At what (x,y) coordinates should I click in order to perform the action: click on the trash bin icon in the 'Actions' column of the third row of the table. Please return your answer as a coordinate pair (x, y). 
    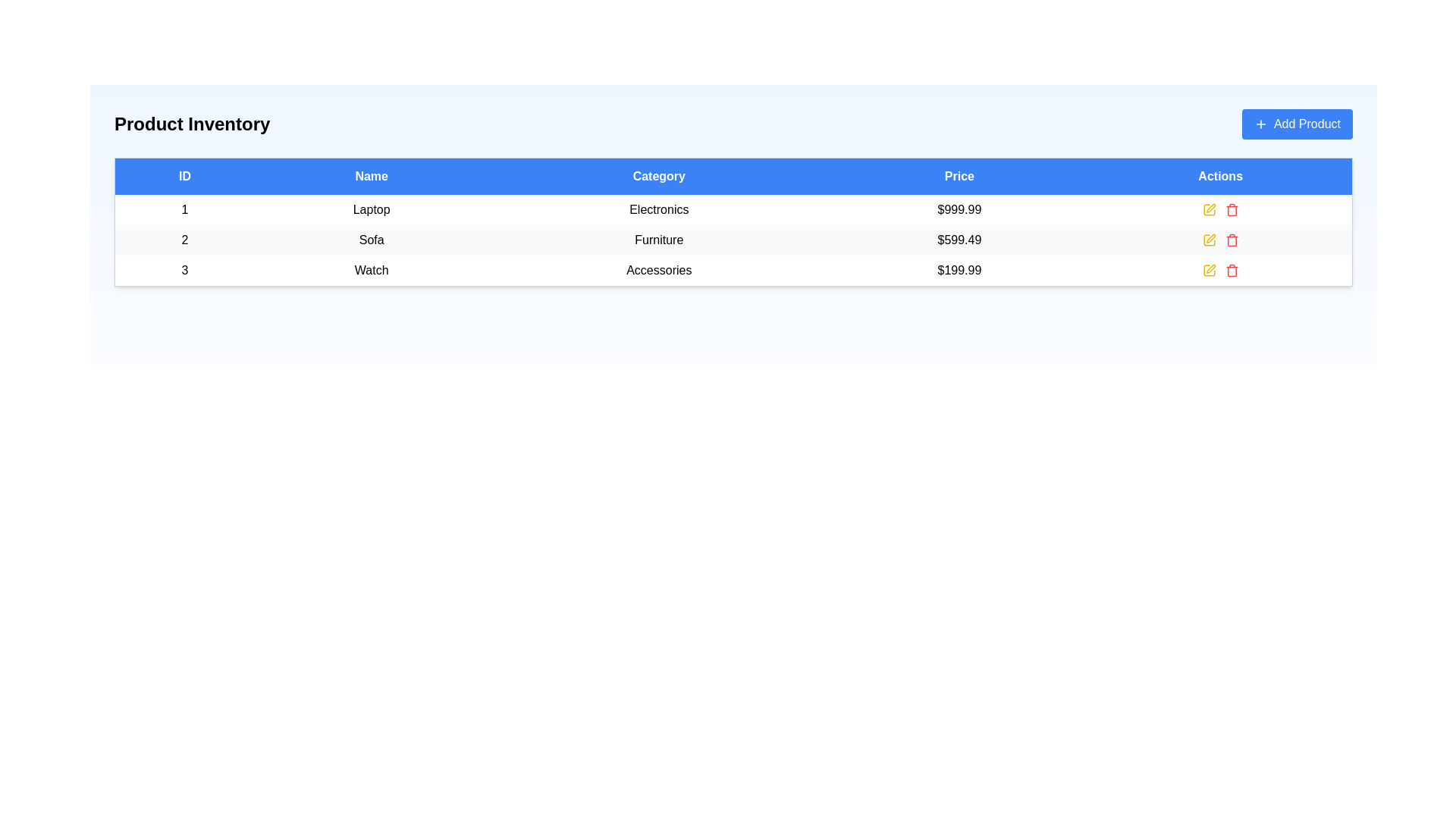
    Looking at the image, I should click on (1232, 271).